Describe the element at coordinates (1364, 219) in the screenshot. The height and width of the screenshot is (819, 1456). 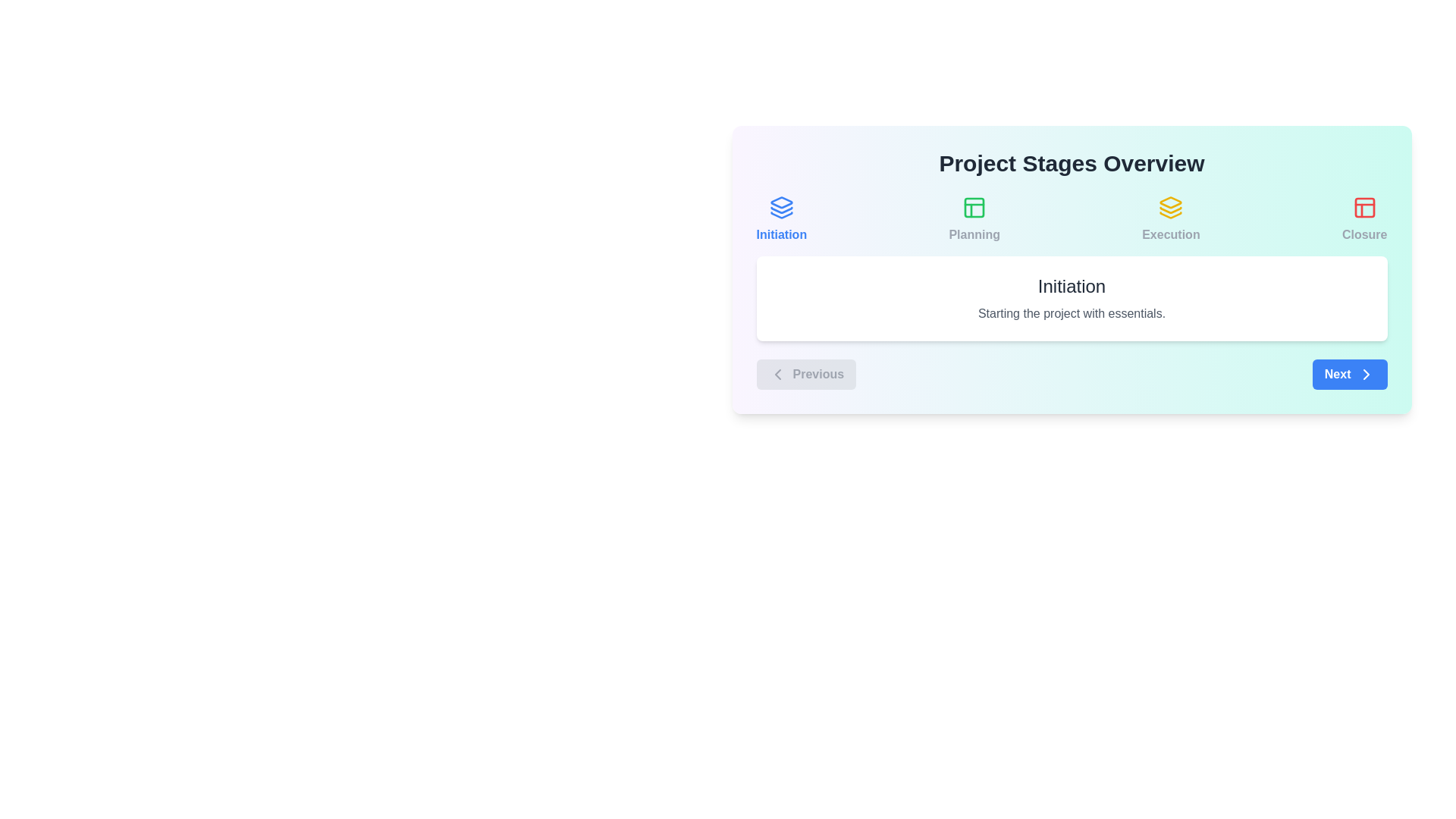
I see `fourth item in the sequence of stage indicators, which is a red icon representing a rectangular pane with sections and a gray label 'Closure' below it` at that location.